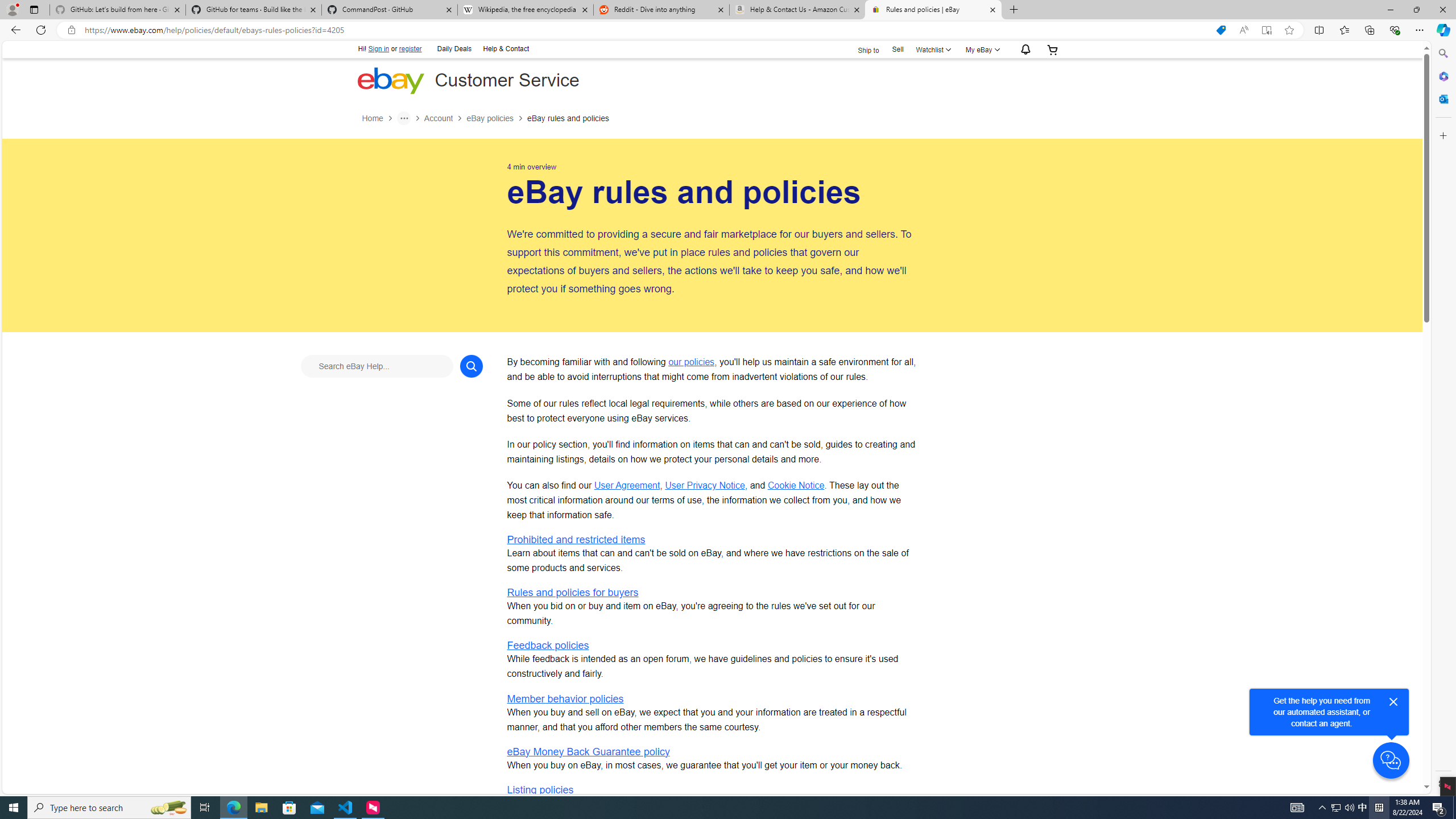 The height and width of the screenshot is (819, 1456). Describe the element at coordinates (861, 48) in the screenshot. I see `'Ship to'` at that location.